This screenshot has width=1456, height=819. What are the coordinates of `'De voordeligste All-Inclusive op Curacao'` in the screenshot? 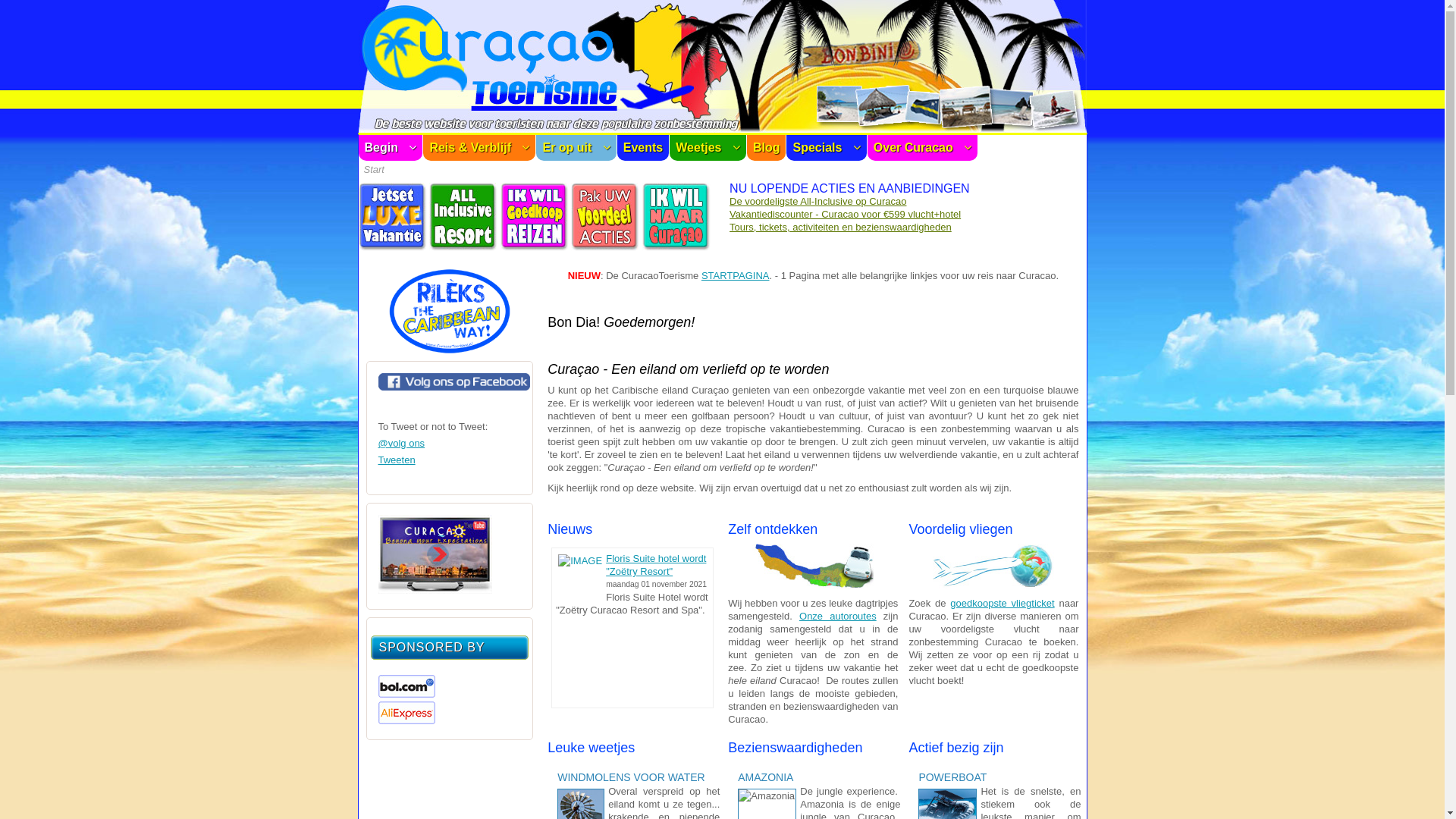 It's located at (817, 200).